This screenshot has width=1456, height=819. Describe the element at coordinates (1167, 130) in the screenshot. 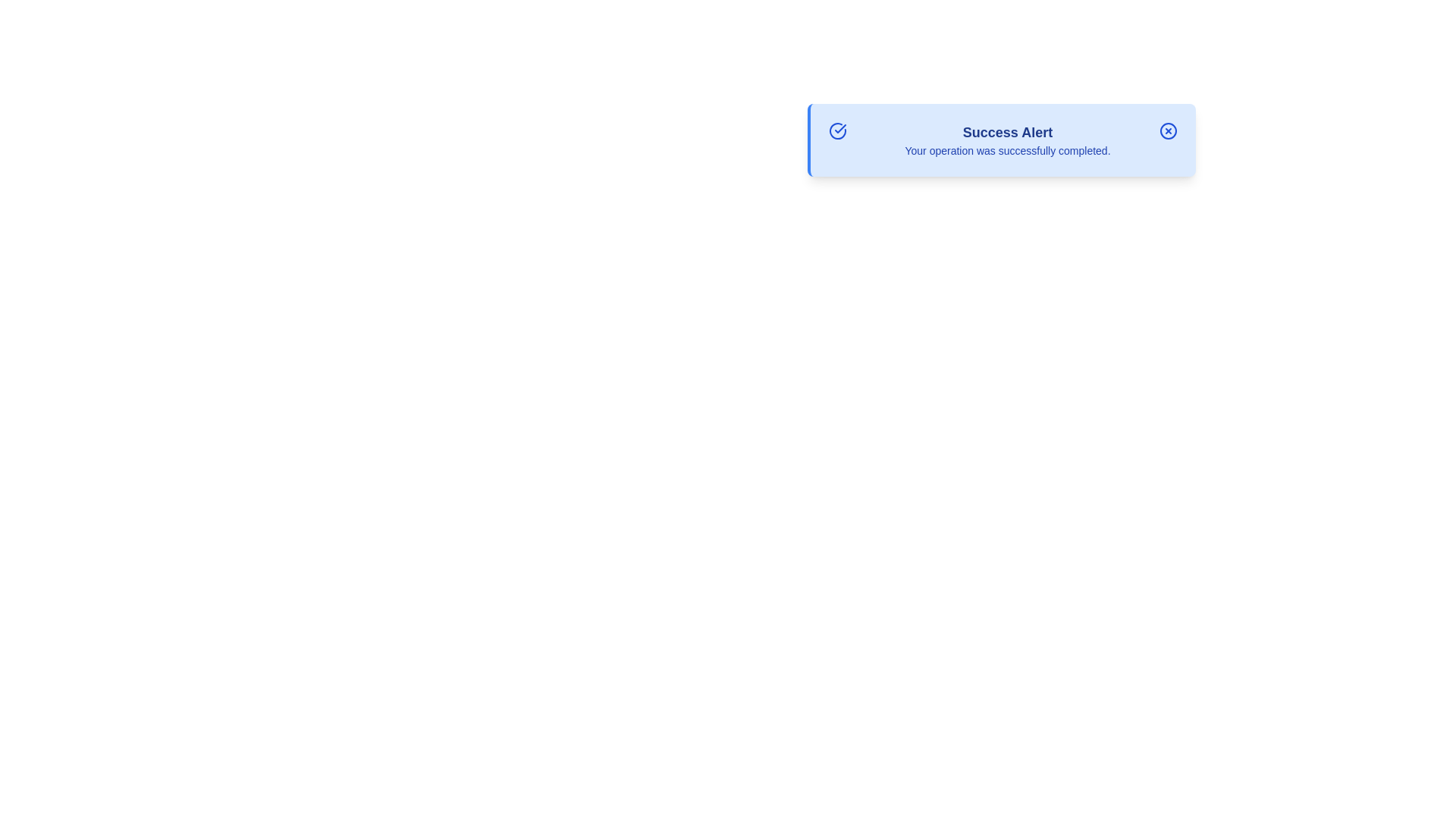

I see `the close button to observe the hover effects` at that location.